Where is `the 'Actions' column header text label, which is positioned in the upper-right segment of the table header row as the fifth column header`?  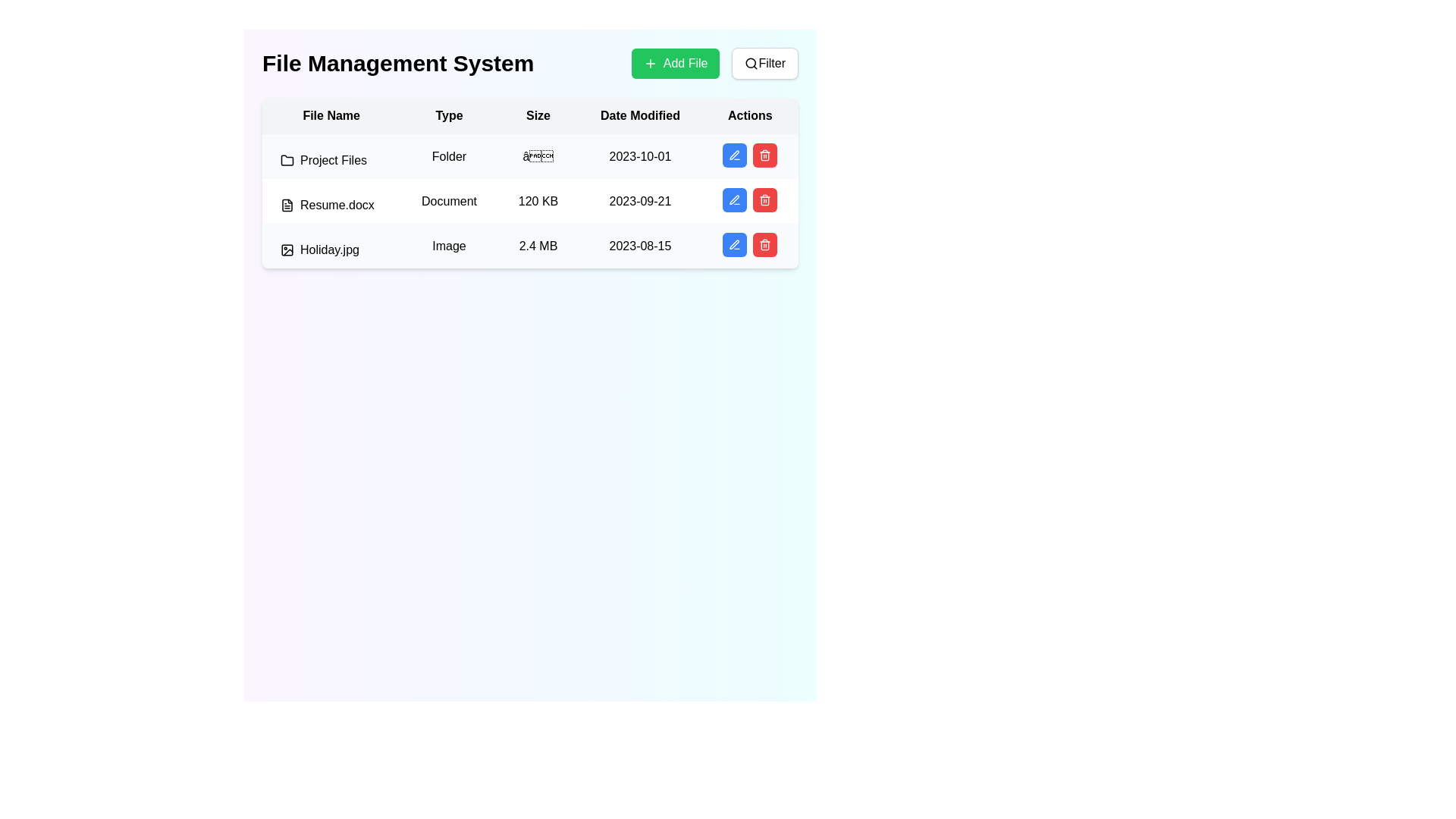
the 'Actions' column header text label, which is positioned in the upper-right segment of the table header row as the fifth column header is located at coordinates (750, 115).